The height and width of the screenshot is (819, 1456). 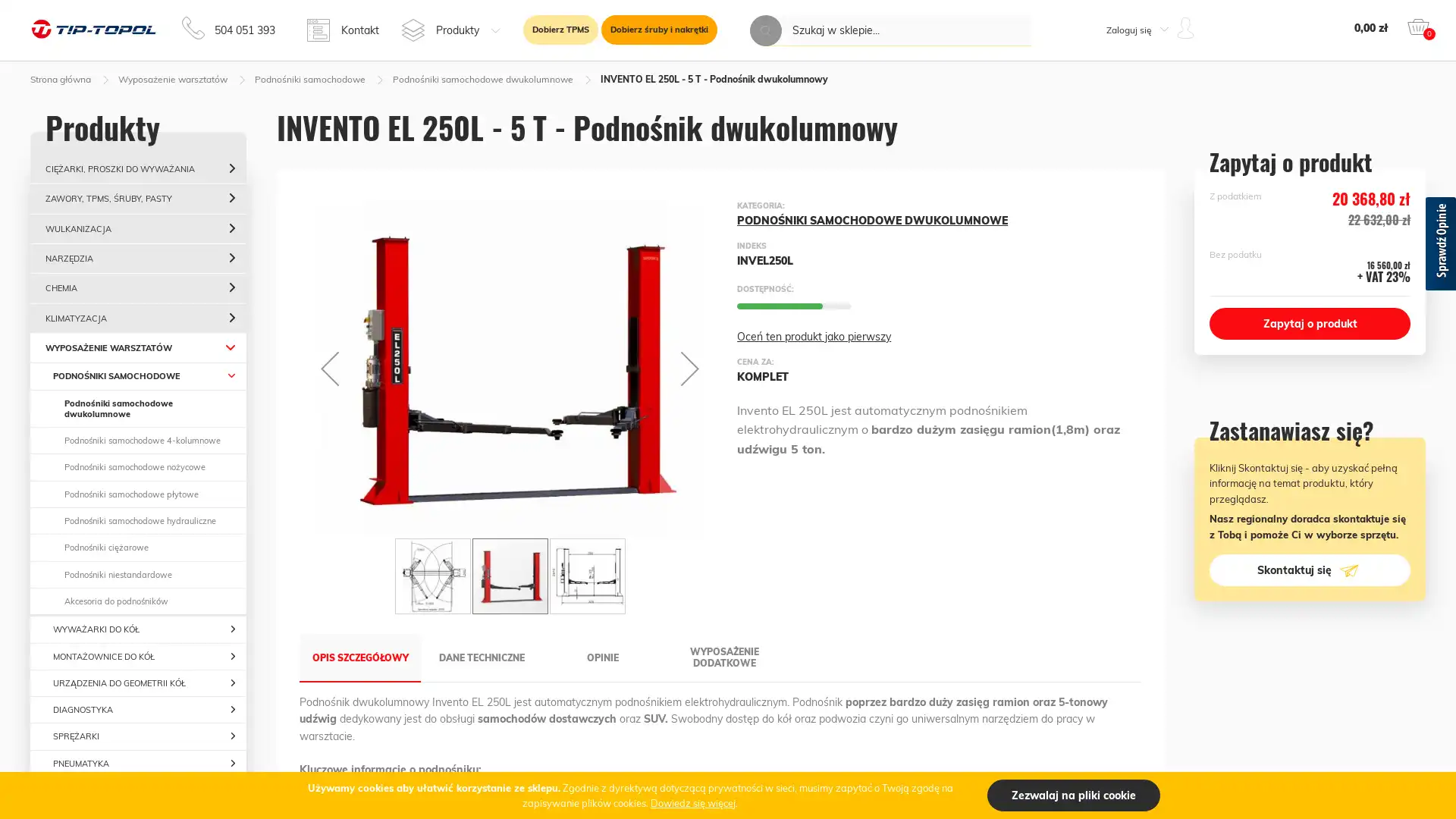 What do you see at coordinates (309, 576) in the screenshot?
I see `Previous` at bounding box center [309, 576].